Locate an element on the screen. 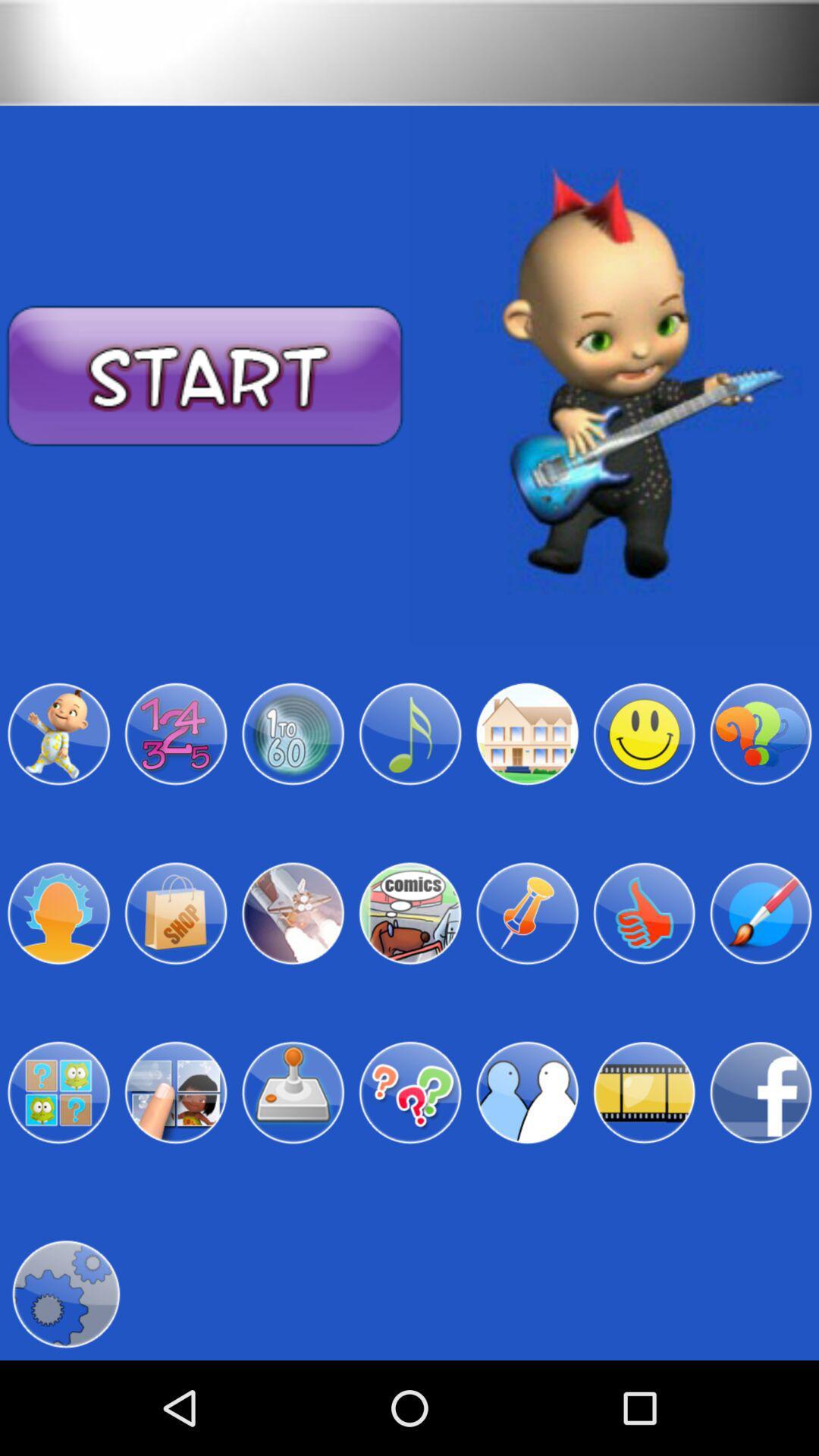 The height and width of the screenshot is (1456, 819). smile emoji is located at coordinates (644, 734).